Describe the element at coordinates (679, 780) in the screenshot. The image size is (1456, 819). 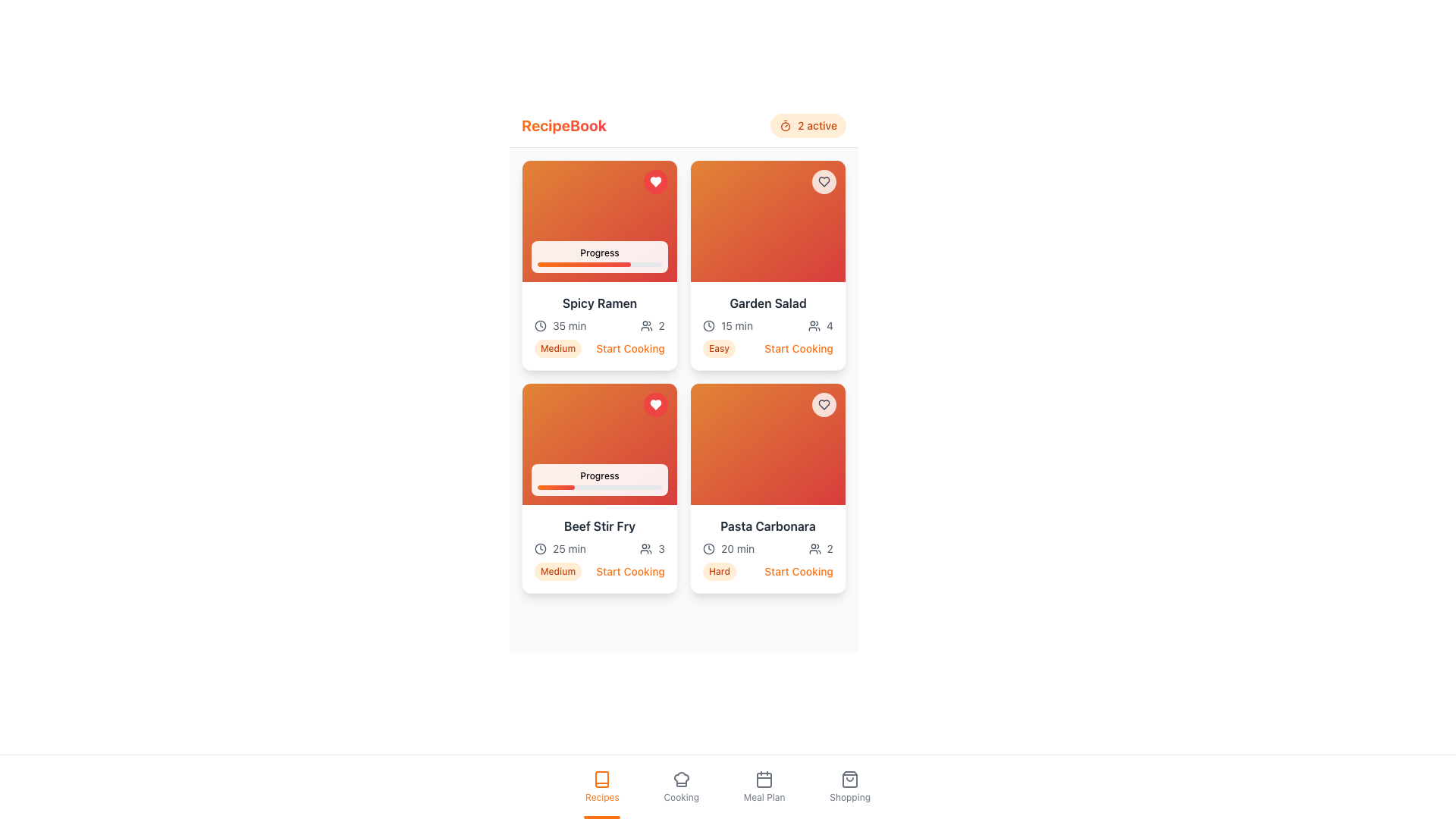
I see `the cooking icon button located in the bottom navigation bar, which is the second icon from the left` at that location.